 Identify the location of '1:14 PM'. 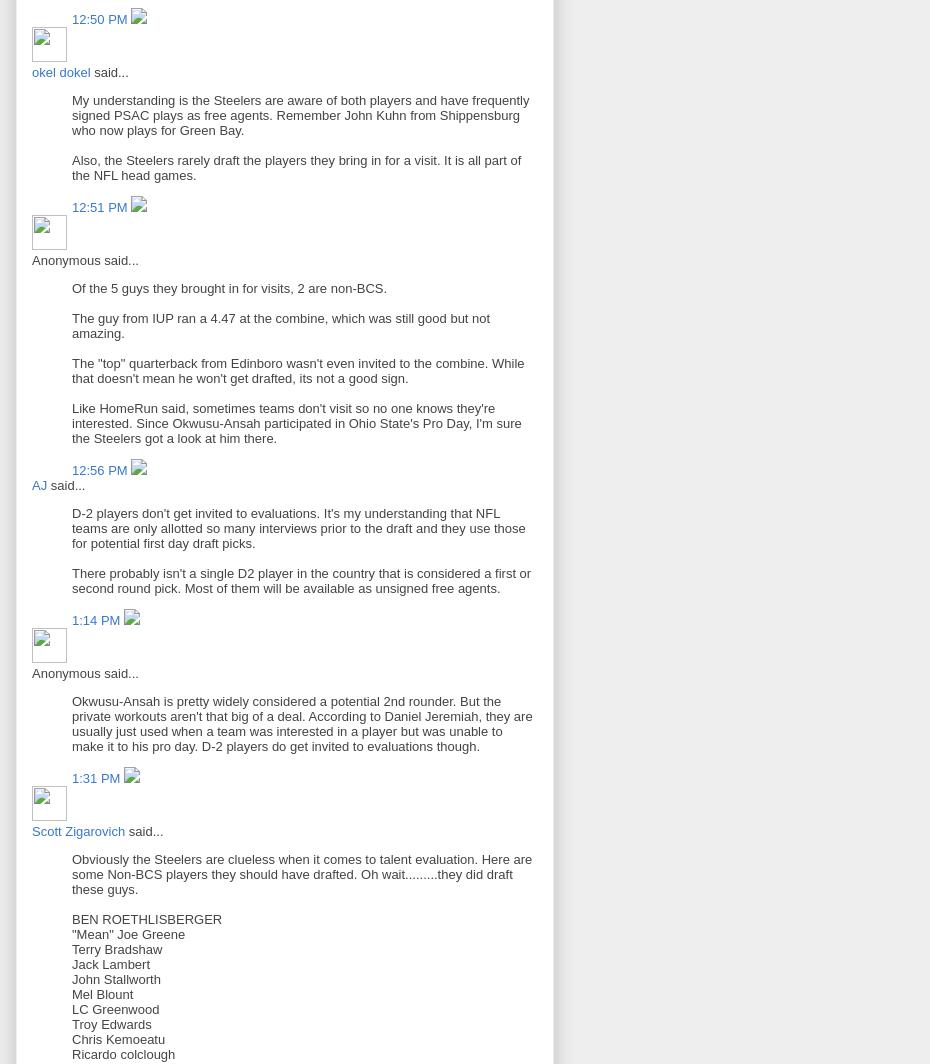
(98, 620).